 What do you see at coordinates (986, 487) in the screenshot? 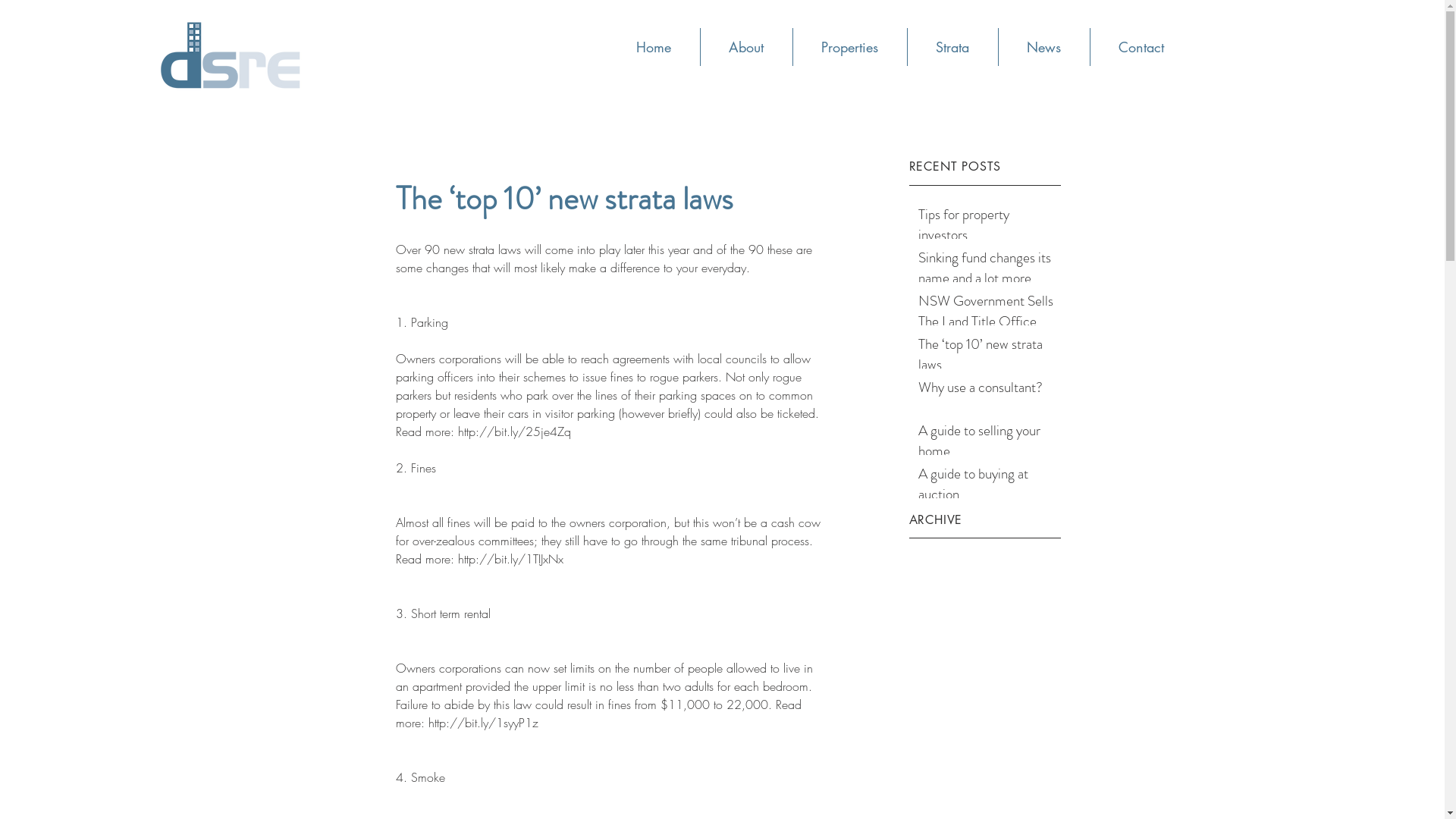
I see `'A guide to buying at auction'` at bounding box center [986, 487].